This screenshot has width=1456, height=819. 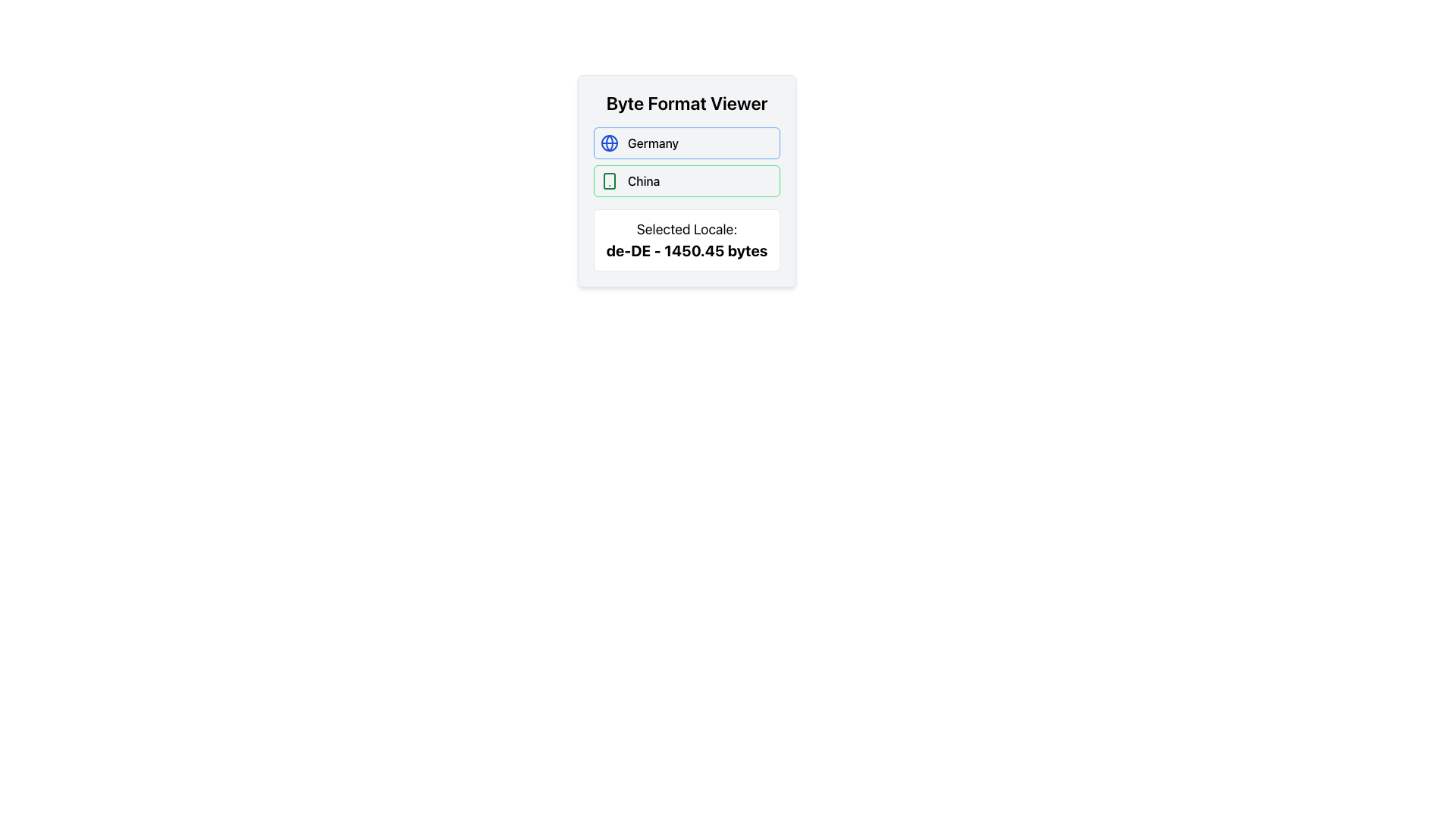 I want to click on the icon indicating compatibility or features related to smartphones located to the left of the text 'China', so click(x=610, y=180).